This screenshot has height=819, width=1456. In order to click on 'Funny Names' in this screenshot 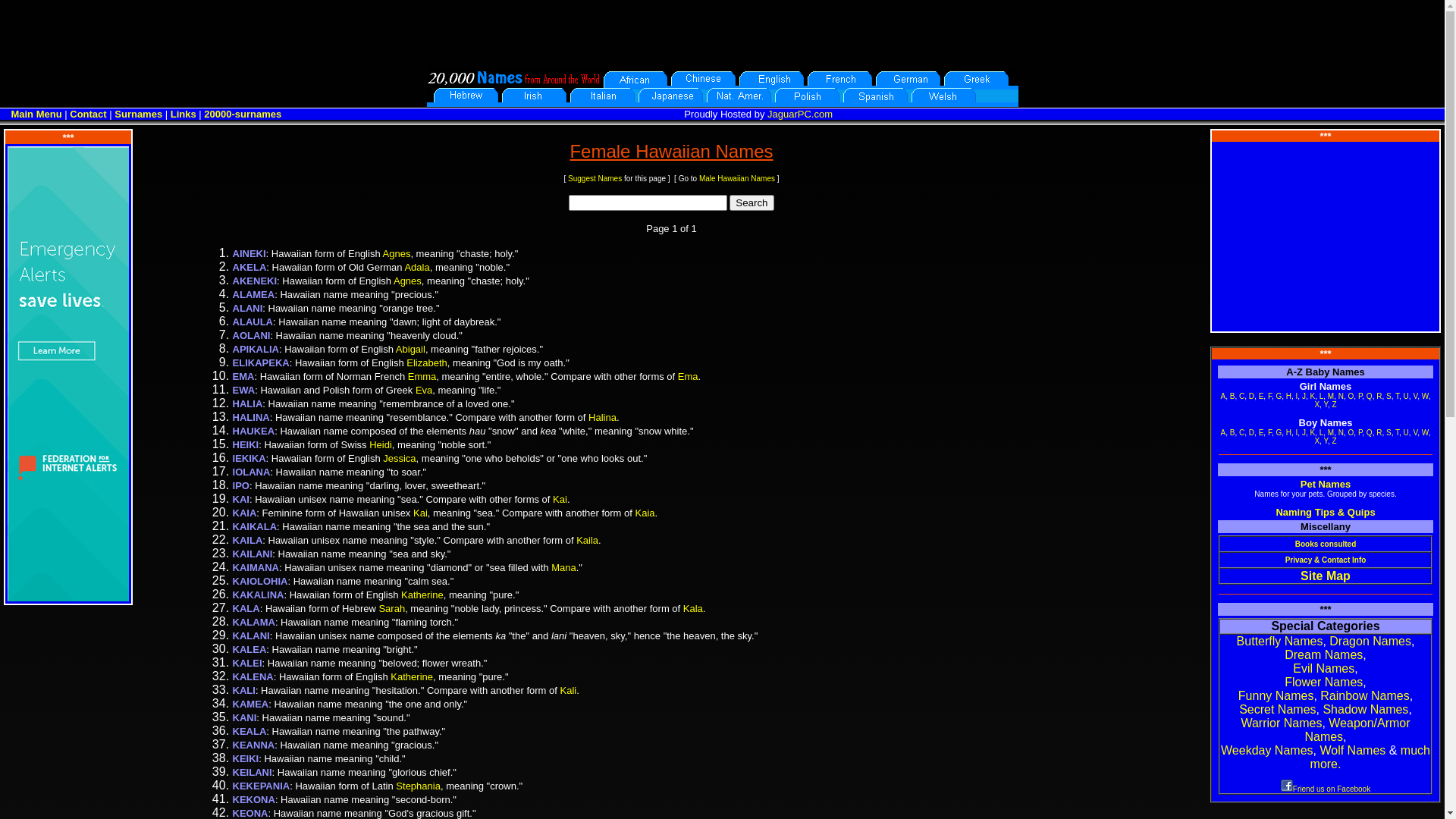, I will do `click(1276, 695)`.